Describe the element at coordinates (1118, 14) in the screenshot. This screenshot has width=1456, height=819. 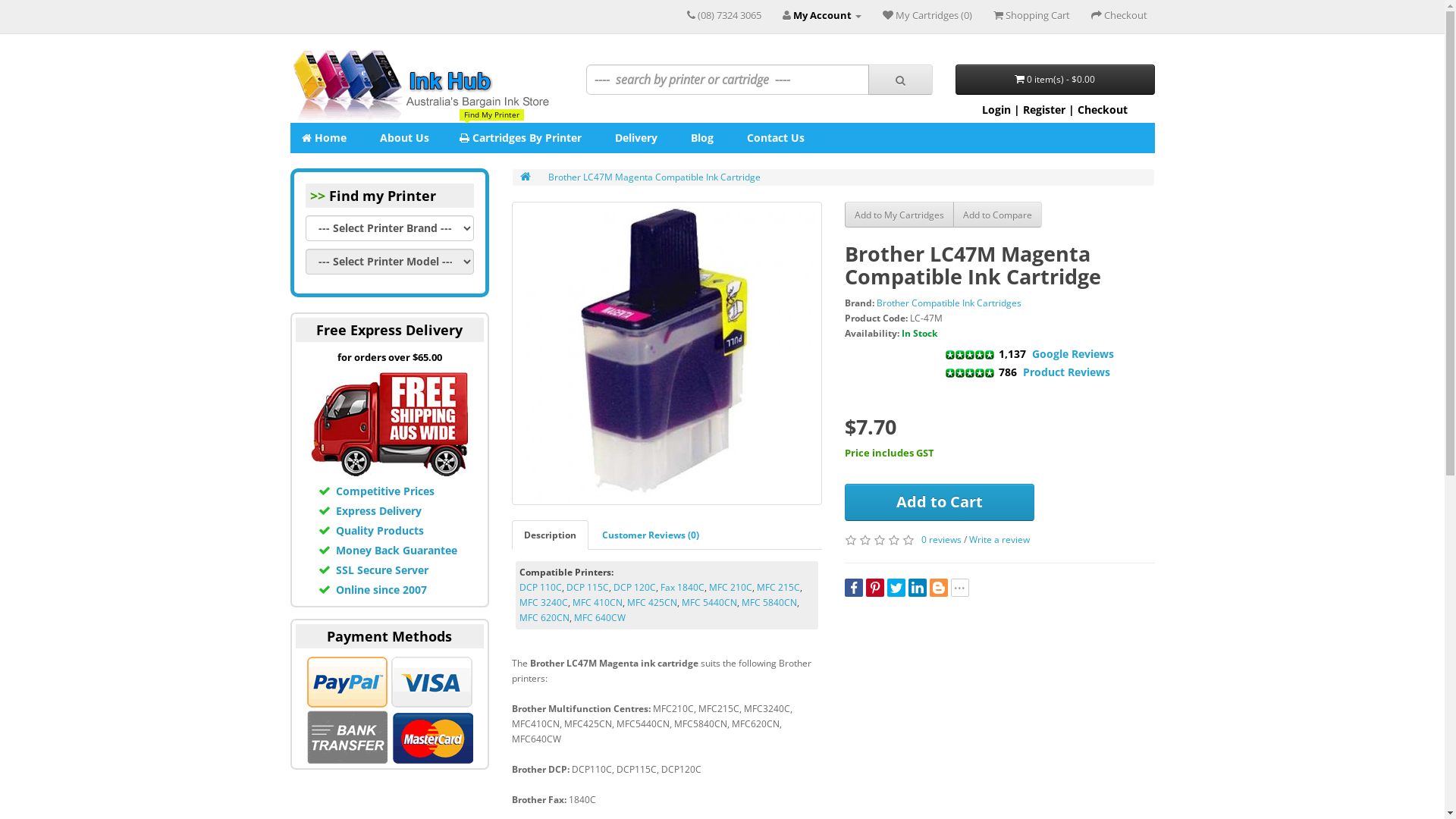
I see `'Checkout'` at that location.